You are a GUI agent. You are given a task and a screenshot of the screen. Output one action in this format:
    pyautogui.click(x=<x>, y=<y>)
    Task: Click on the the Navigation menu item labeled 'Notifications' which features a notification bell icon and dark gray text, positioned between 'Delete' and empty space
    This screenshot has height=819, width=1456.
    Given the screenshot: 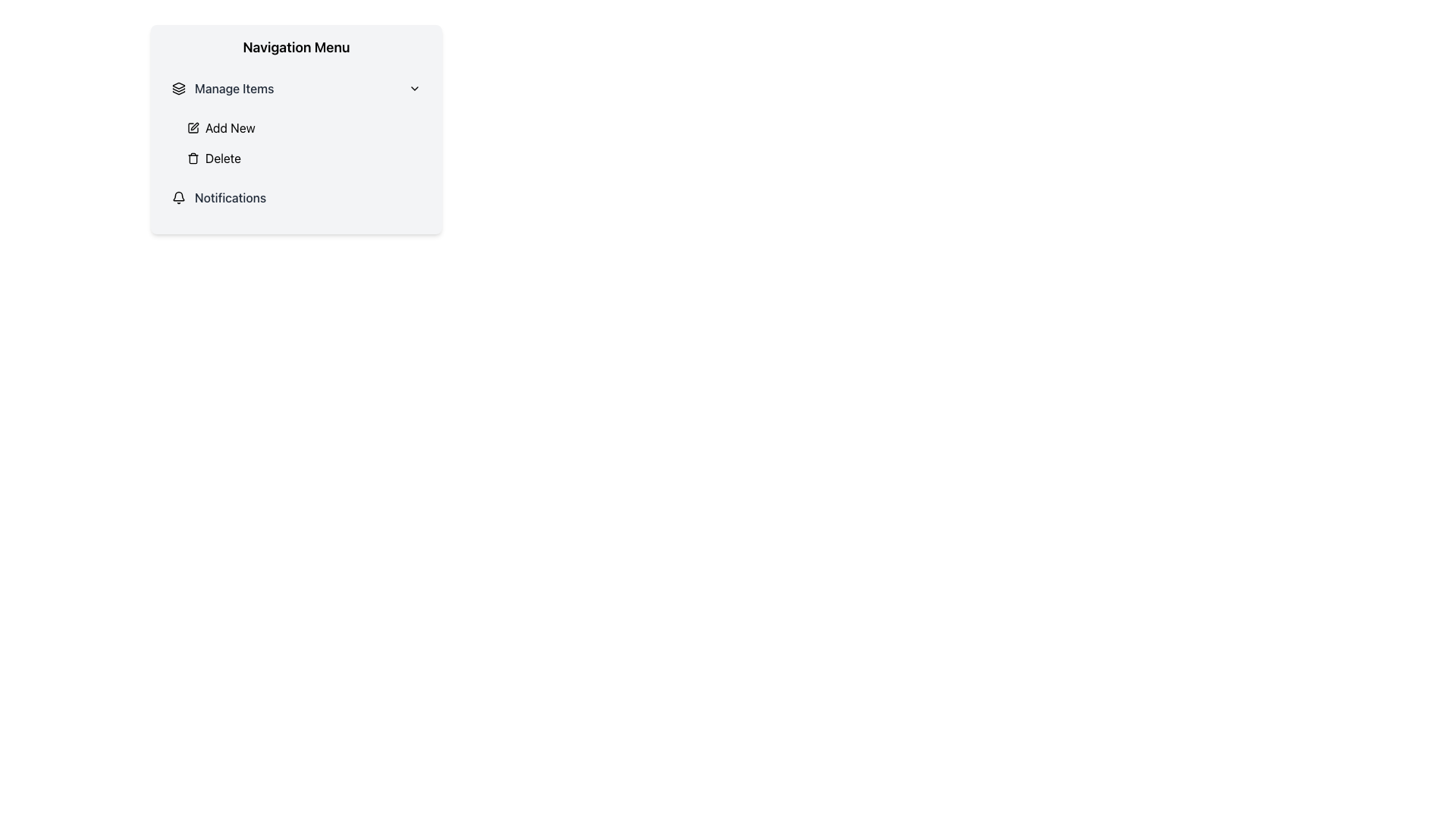 What is the action you would take?
    pyautogui.click(x=218, y=197)
    